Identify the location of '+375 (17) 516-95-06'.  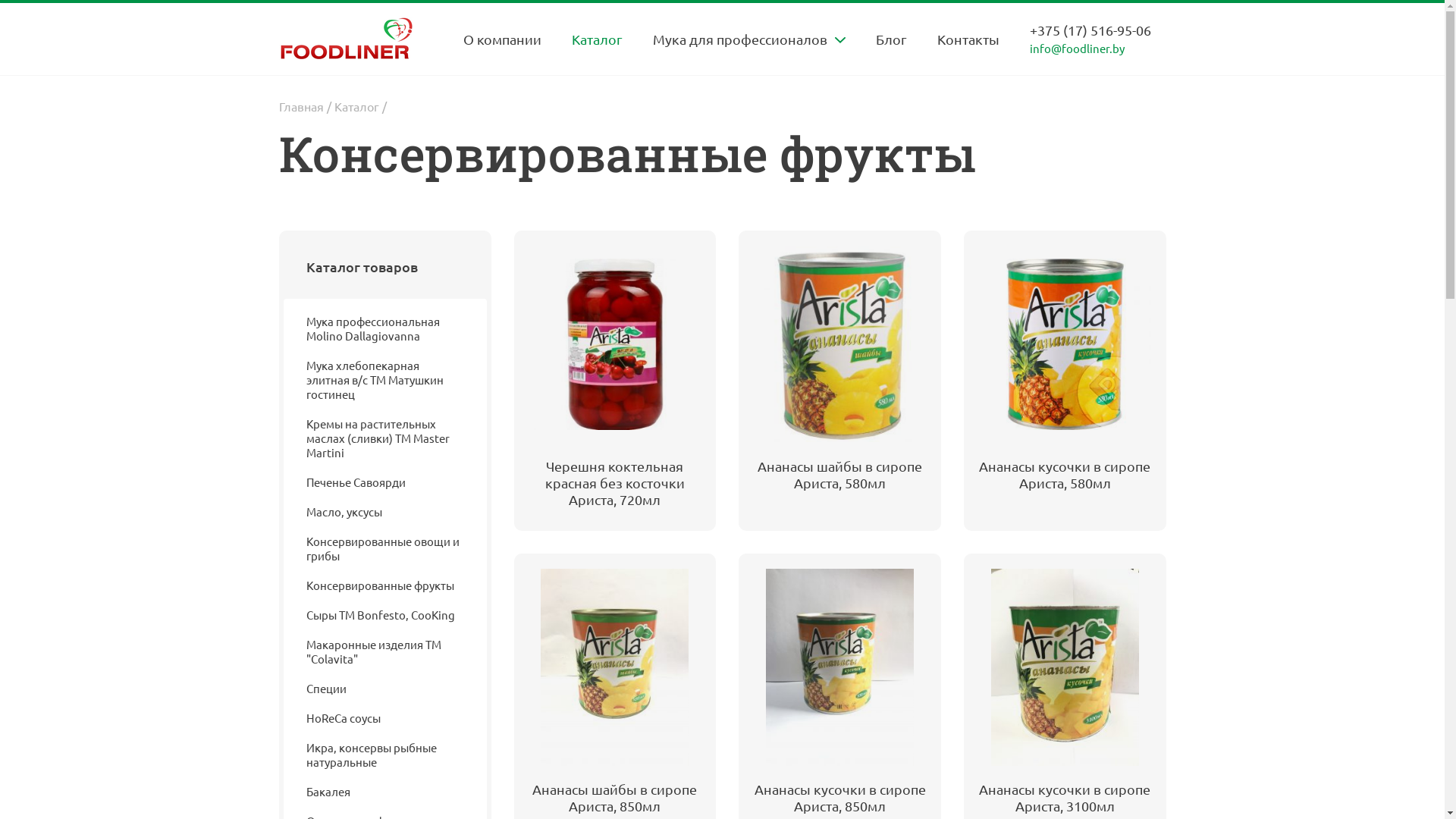
(1090, 30).